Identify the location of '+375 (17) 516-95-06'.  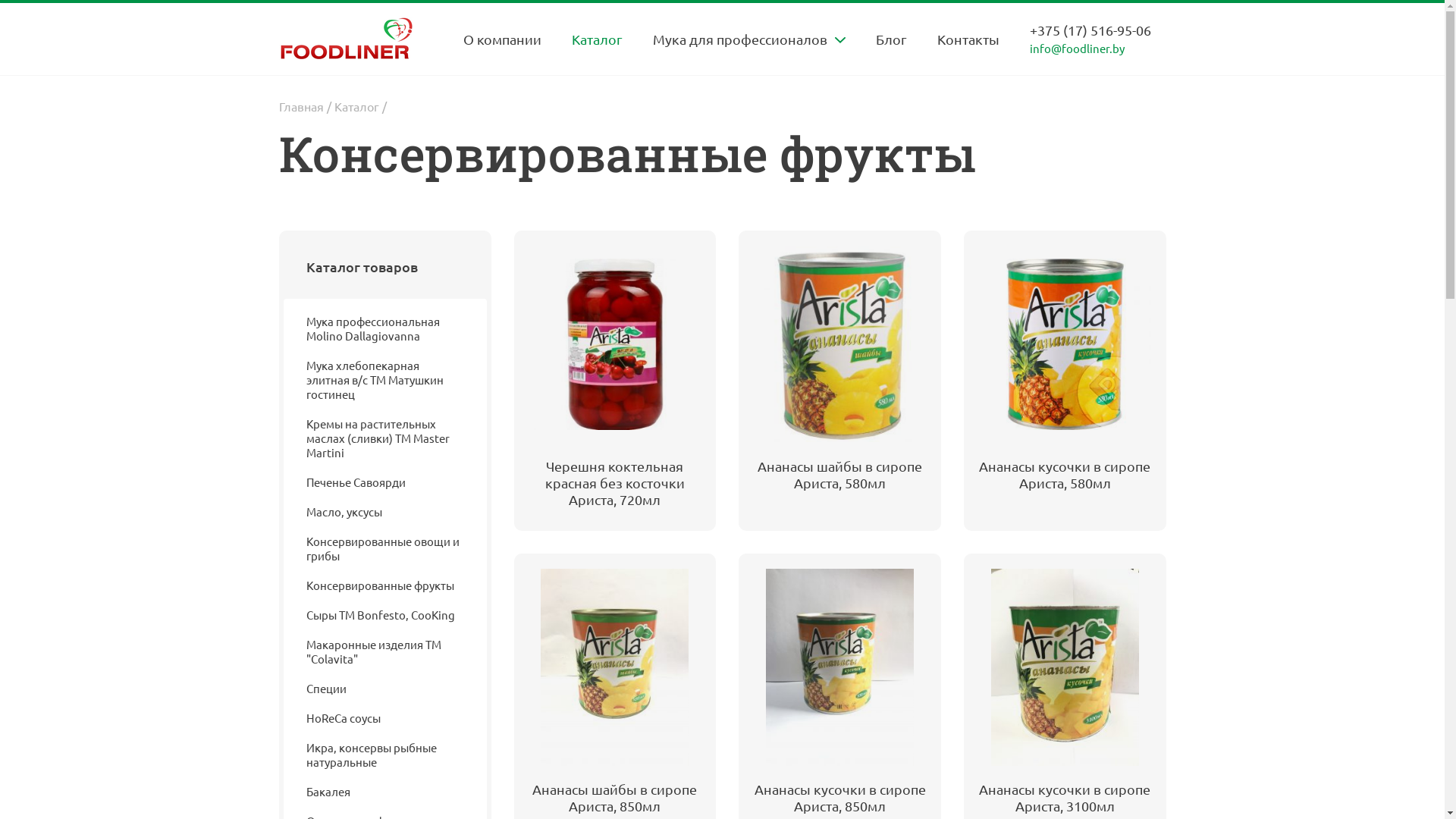
(1090, 30).